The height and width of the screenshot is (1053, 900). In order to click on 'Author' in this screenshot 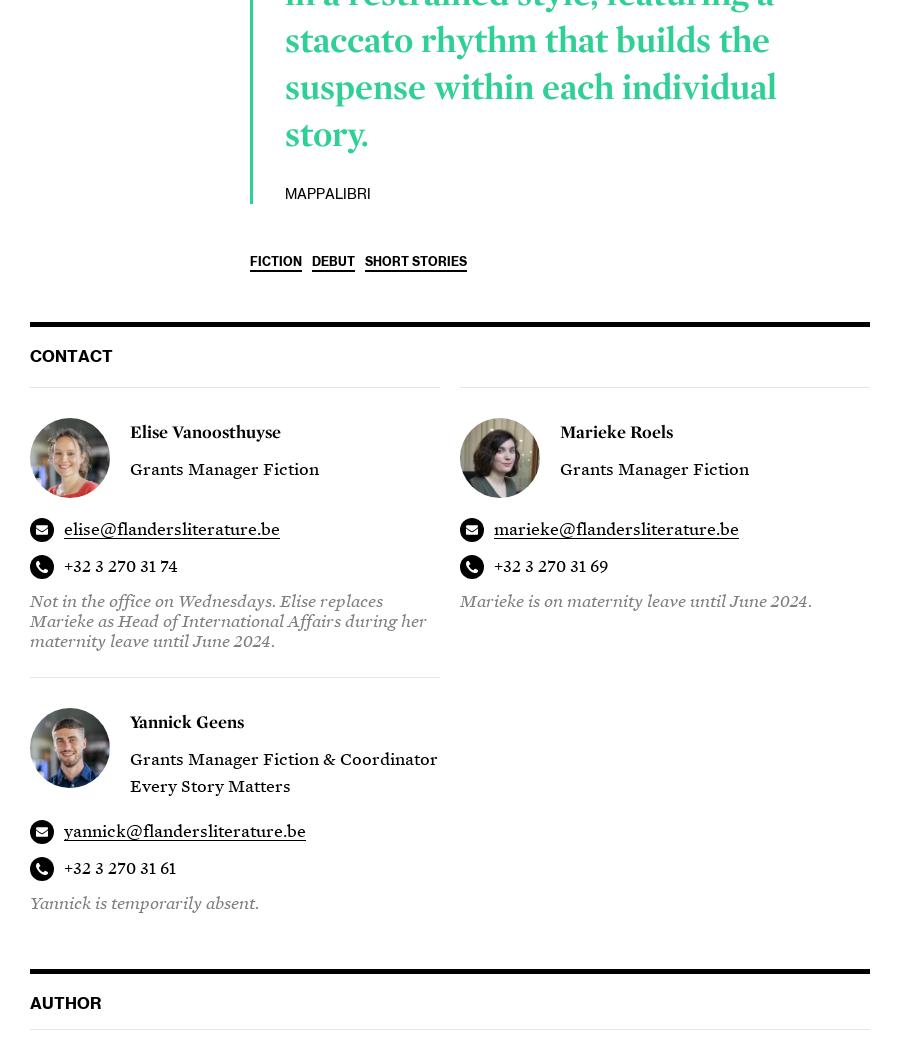, I will do `click(64, 1004)`.